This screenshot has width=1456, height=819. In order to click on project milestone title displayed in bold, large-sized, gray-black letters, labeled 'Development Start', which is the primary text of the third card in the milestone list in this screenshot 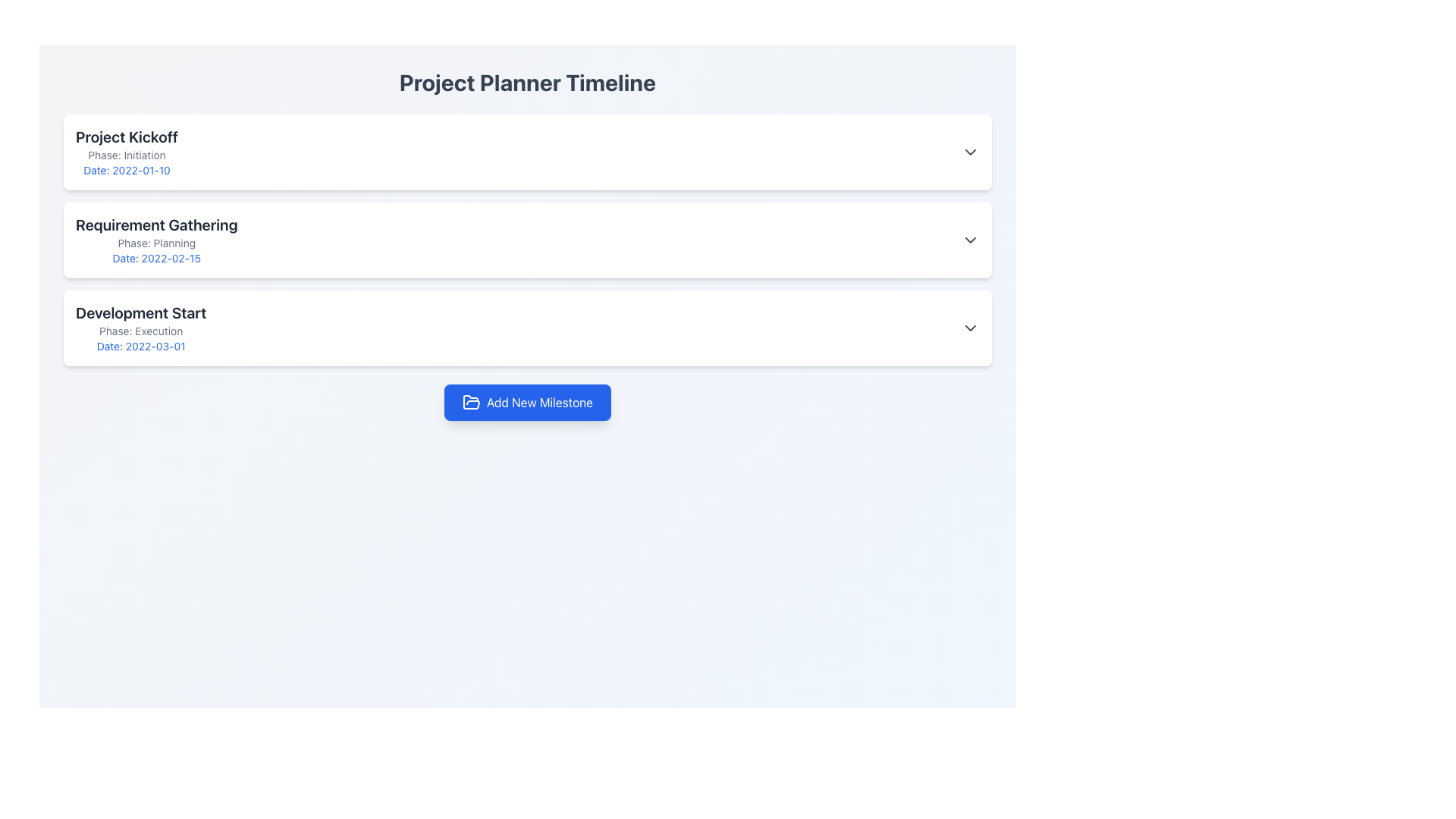, I will do `click(141, 312)`.